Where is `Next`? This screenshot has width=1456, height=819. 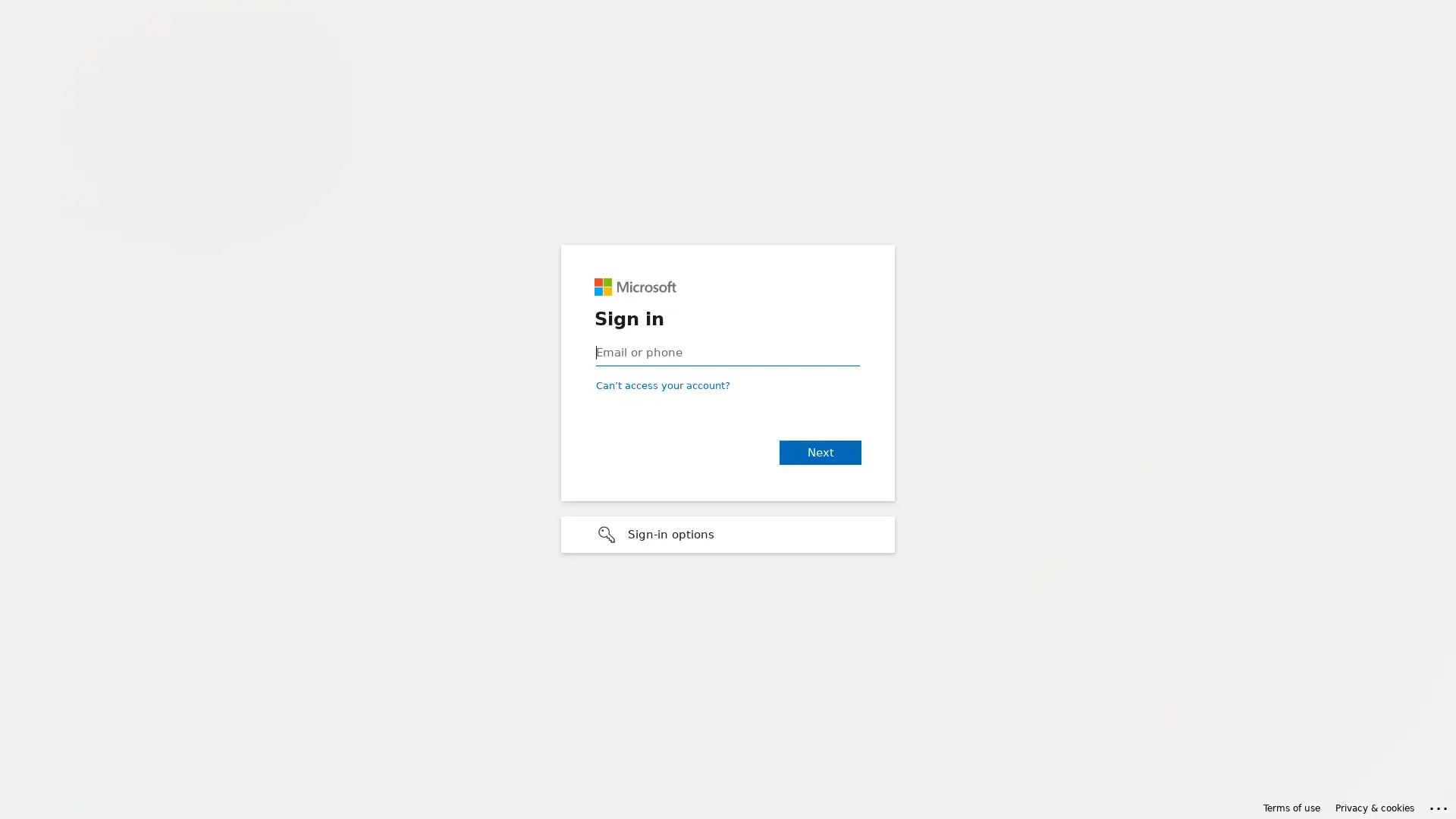 Next is located at coordinates (819, 452).